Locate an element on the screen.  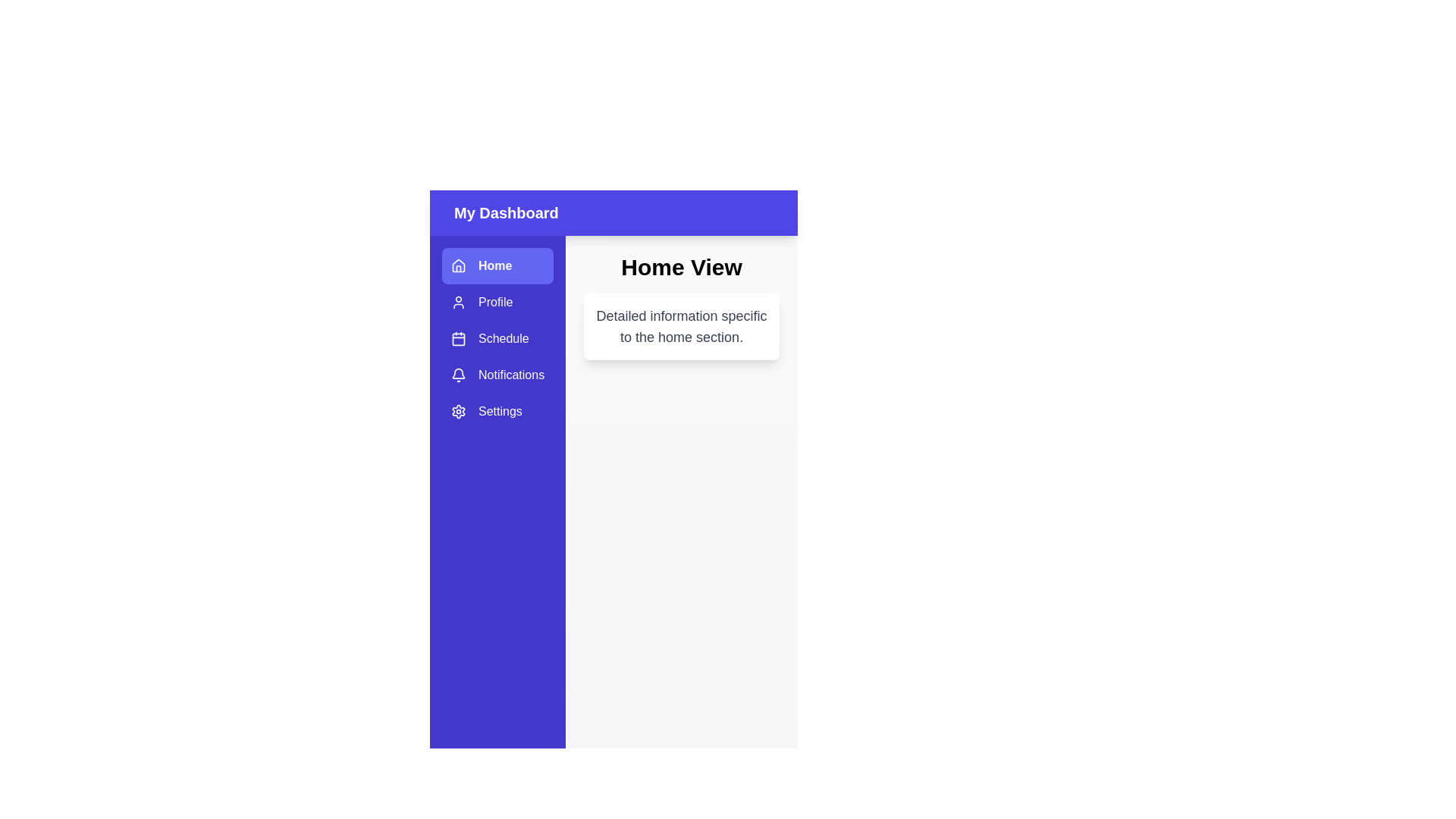
the sidebar item labeled Schedule to reveal its tooltip or highlight is located at coordinates (497, 338).